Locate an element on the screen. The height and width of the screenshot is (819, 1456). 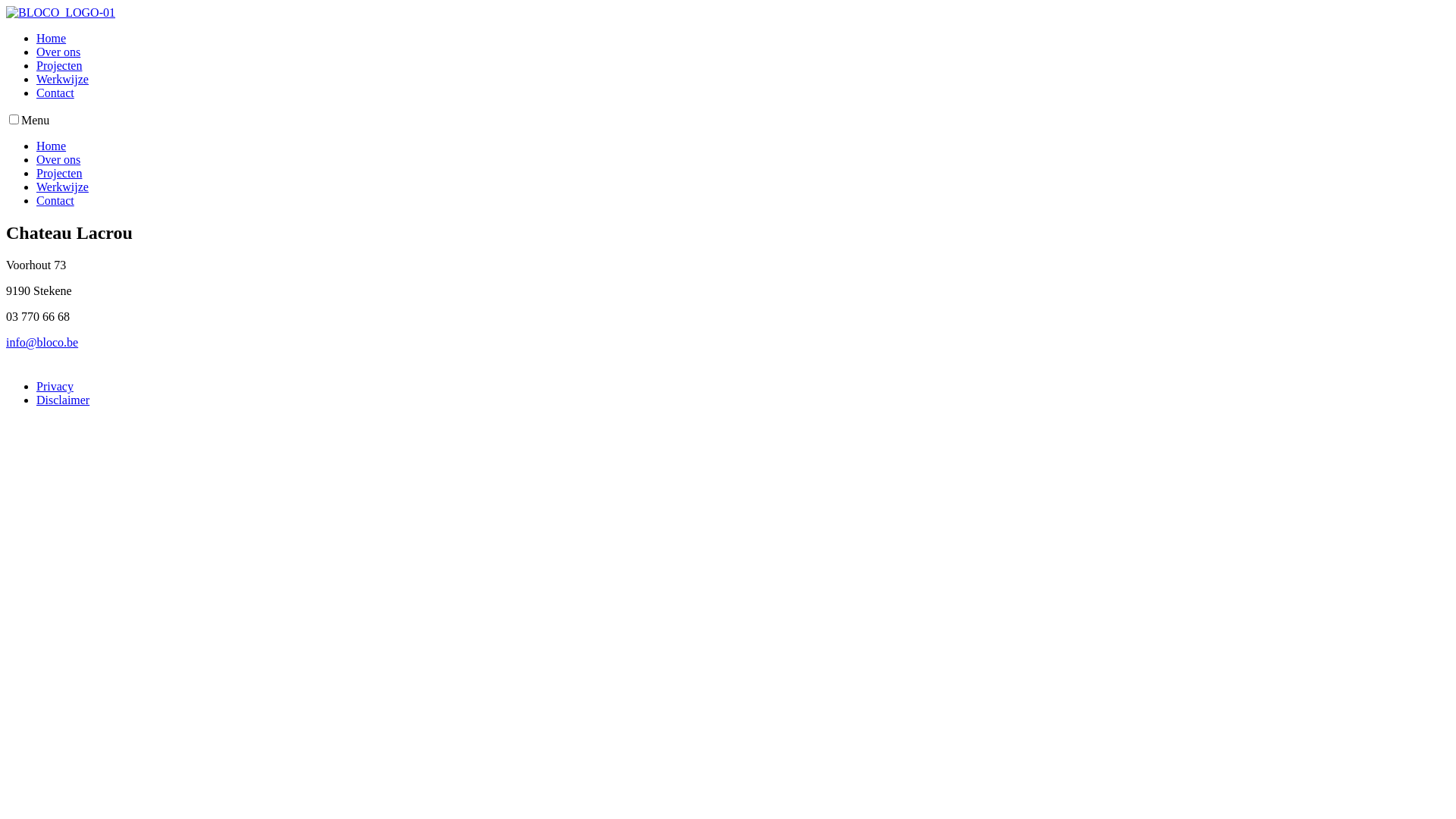
'Projecten' is located at coordinates (58, 172).